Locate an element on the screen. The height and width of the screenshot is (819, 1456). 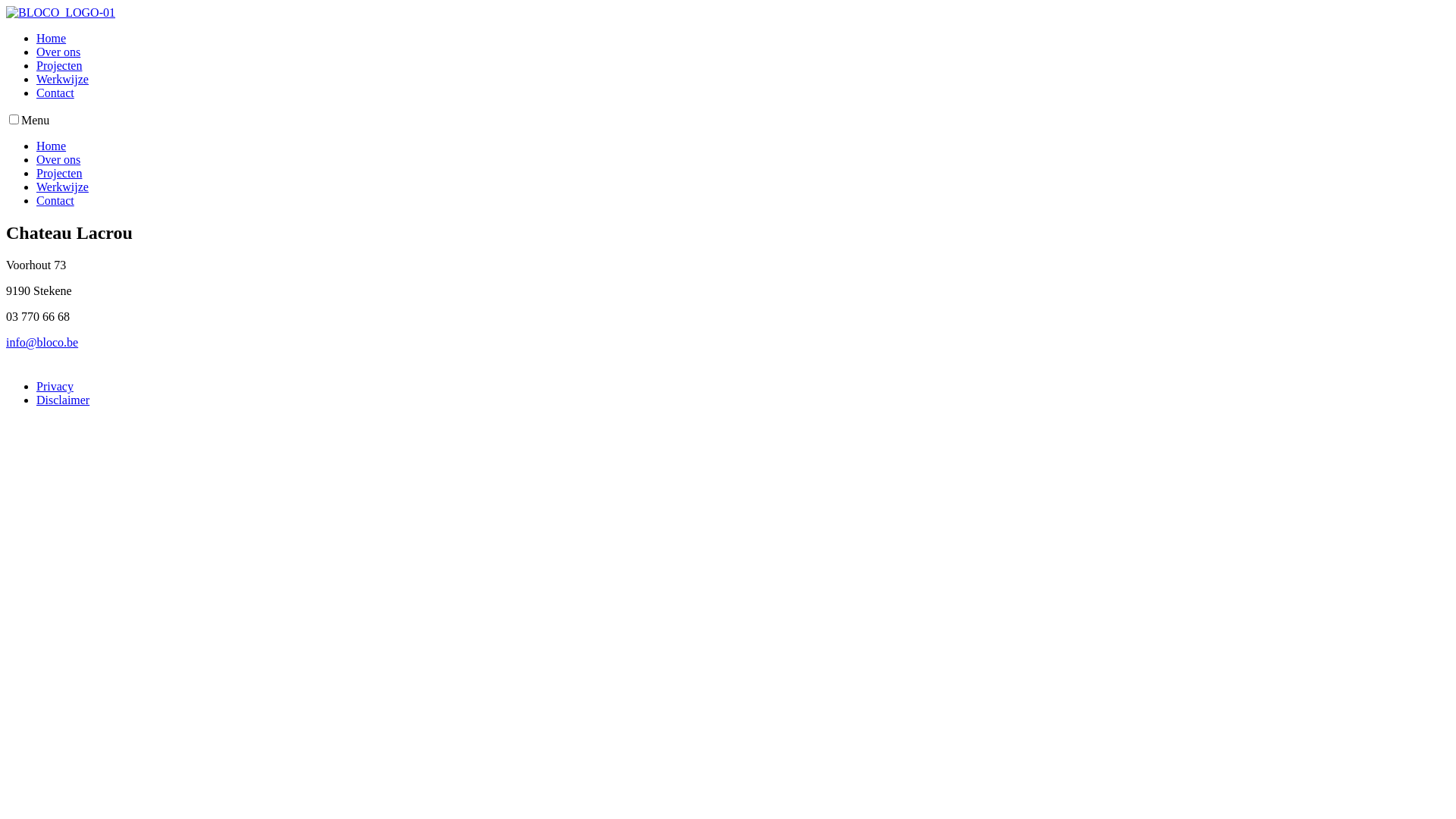
'Projecten' is located at coordinates (58, 172).